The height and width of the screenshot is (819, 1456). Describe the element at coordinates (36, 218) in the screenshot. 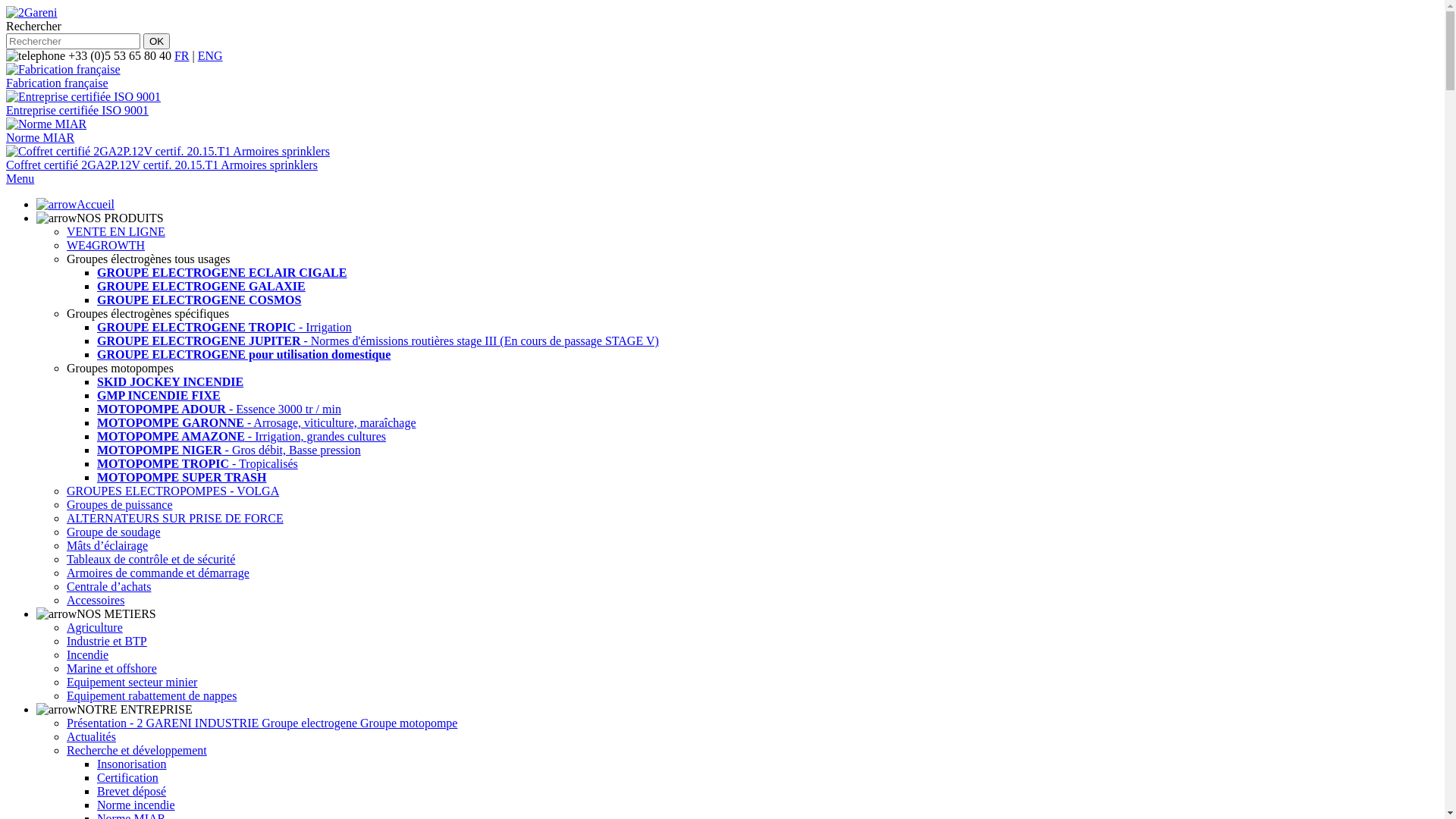

I see `'NOS PRODUITS'` at that location.